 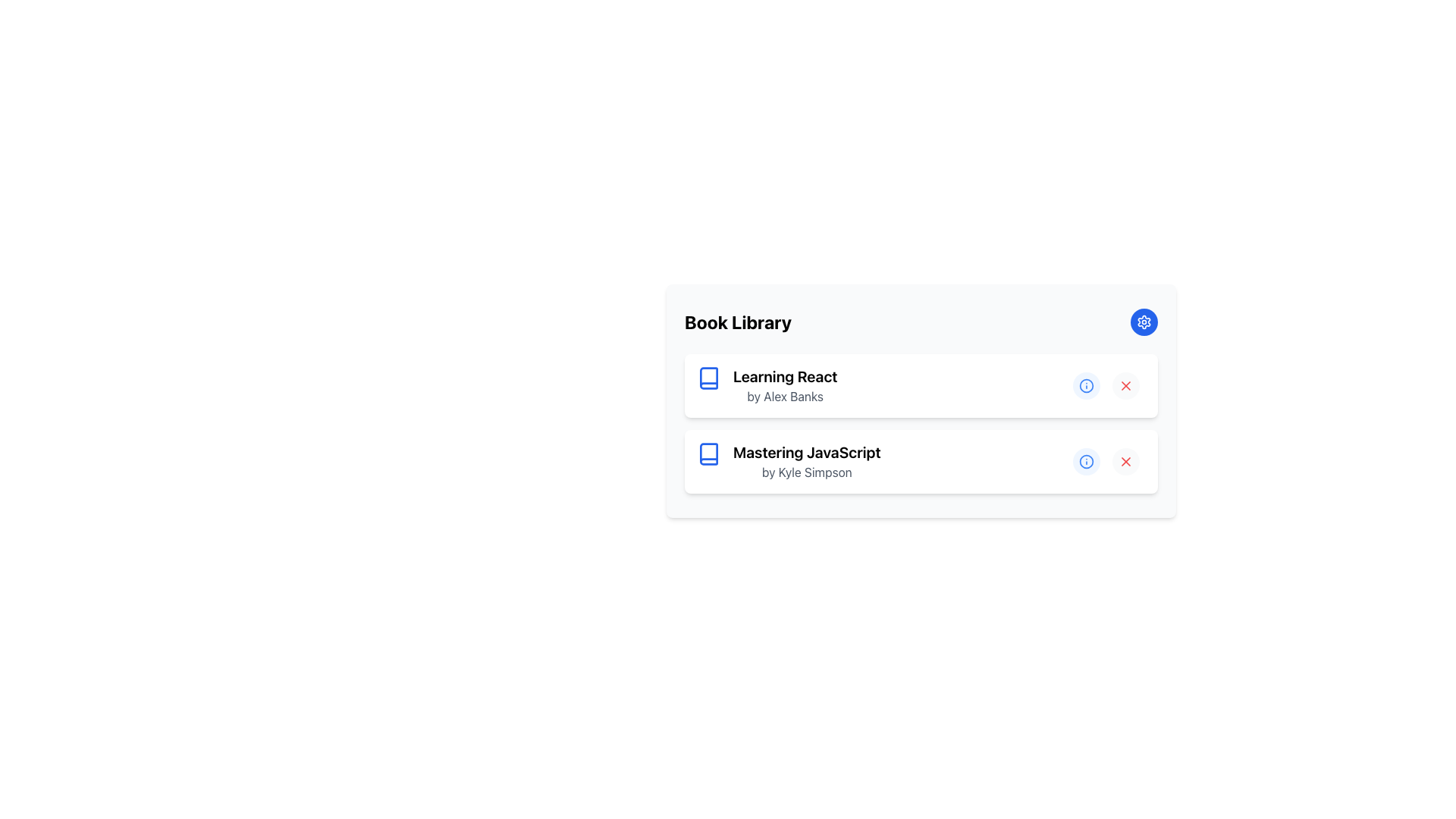 What do you see at coordinates (708, 376) in the screenshot?
I see `the book icon located in the first item of the 'Book Library' list, which indicates the book 'Learning React by Alex Banks'` at bounding box center [708, 376].